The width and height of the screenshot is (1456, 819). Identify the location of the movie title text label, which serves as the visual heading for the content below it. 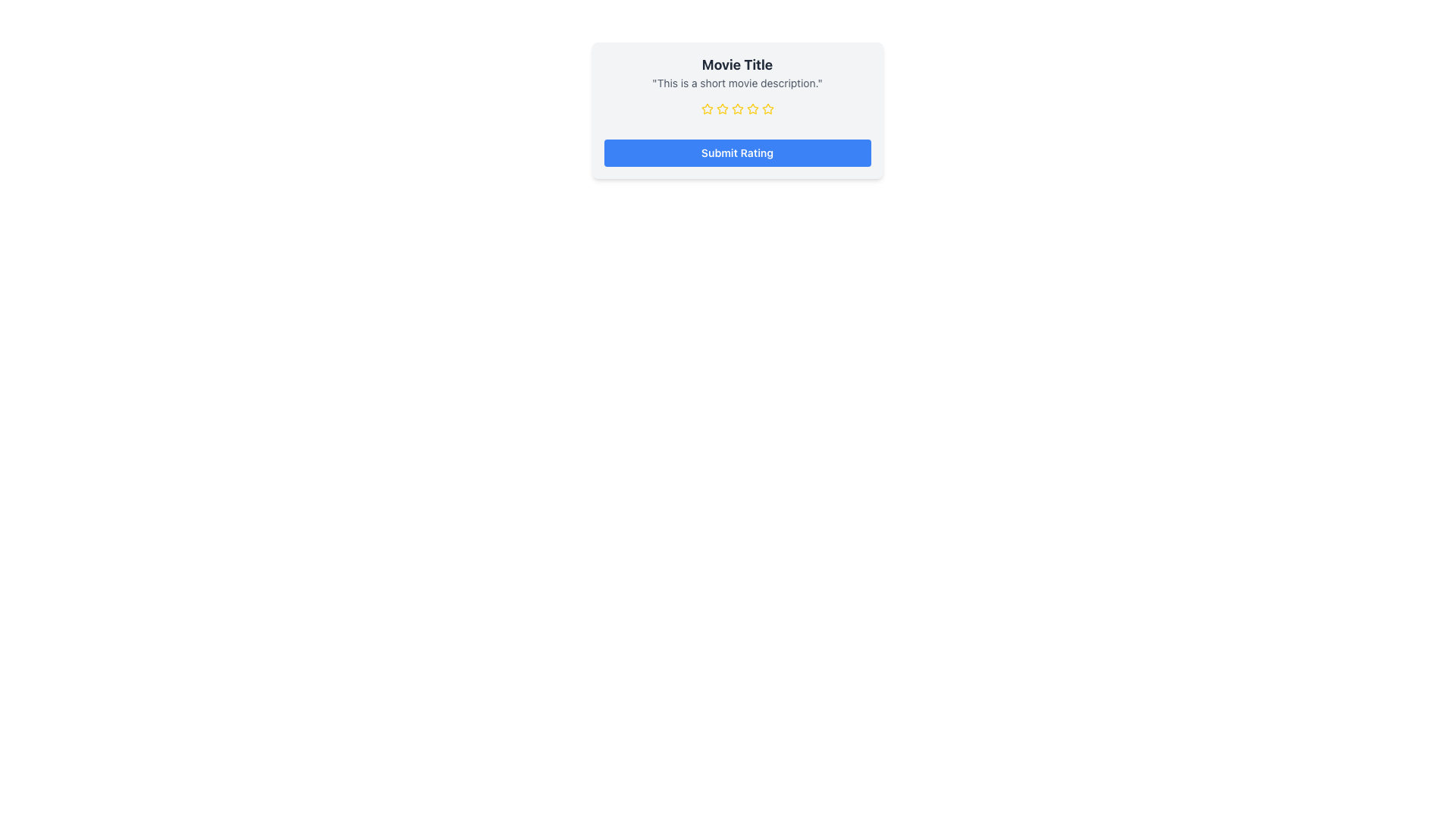
(737, 64).